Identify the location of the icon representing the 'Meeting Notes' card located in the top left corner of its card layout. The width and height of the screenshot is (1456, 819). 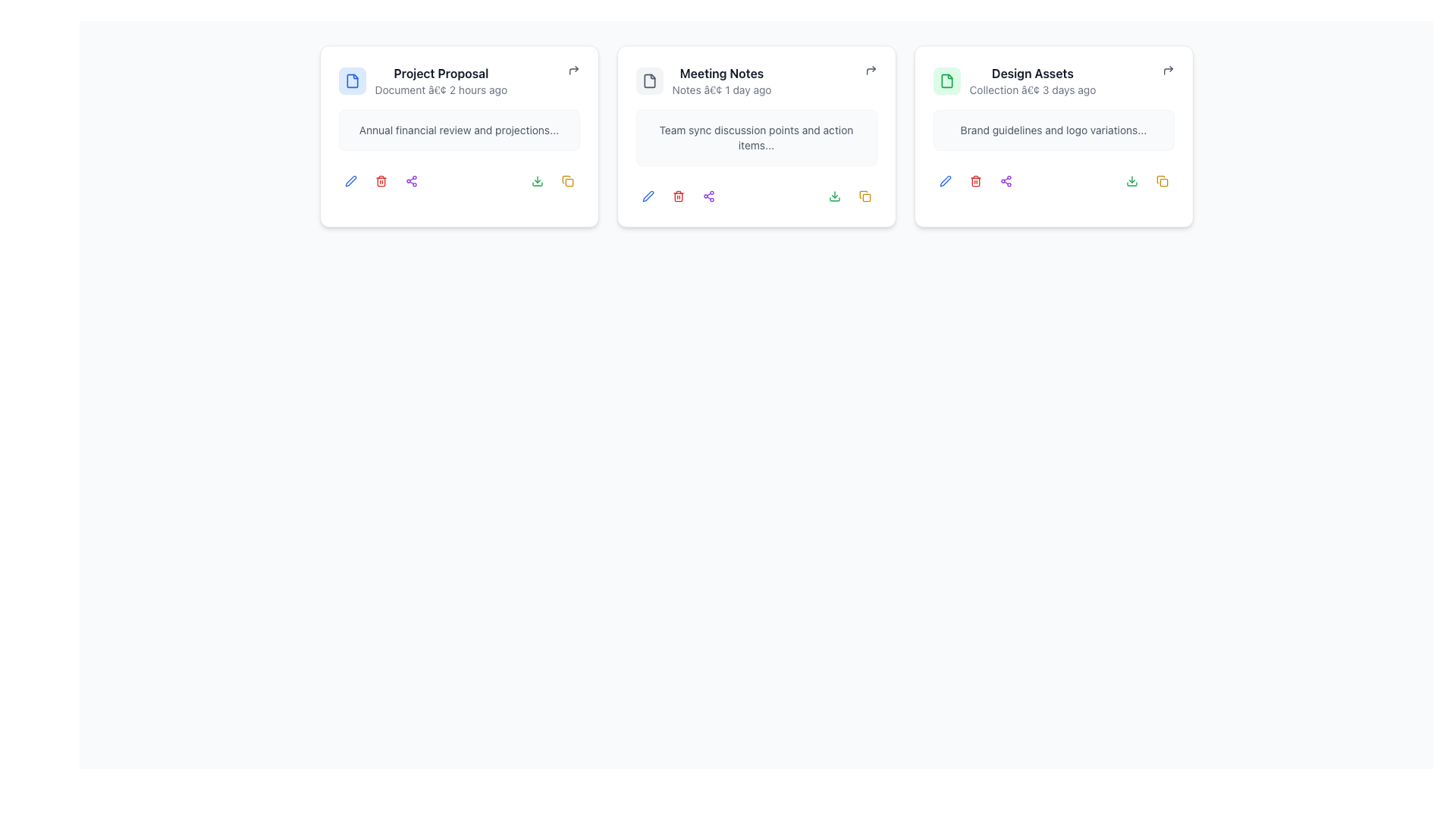
(649, 81).